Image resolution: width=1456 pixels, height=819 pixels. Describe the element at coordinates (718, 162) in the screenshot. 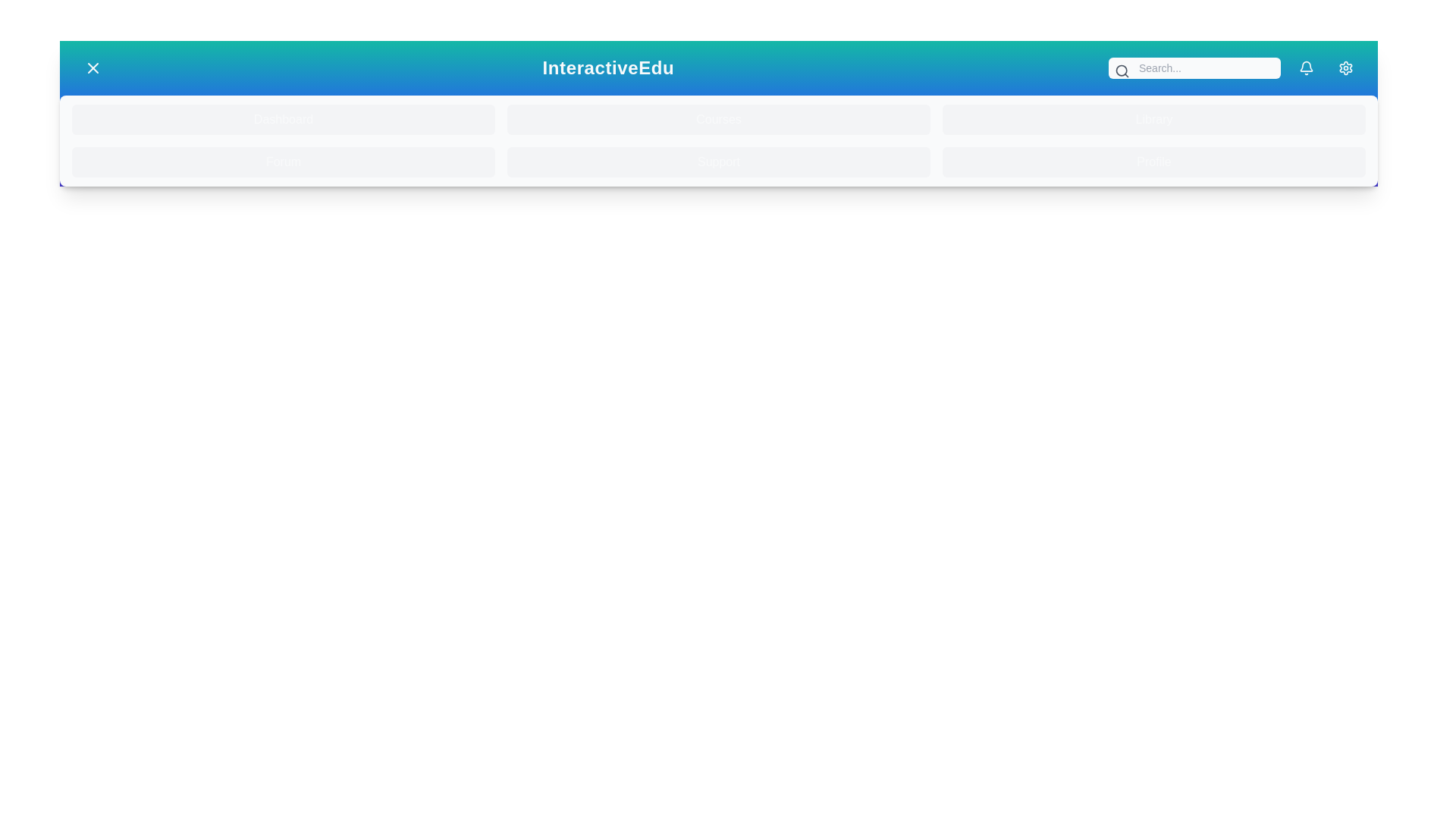

I see `the menu item Support from the menu` at that location.